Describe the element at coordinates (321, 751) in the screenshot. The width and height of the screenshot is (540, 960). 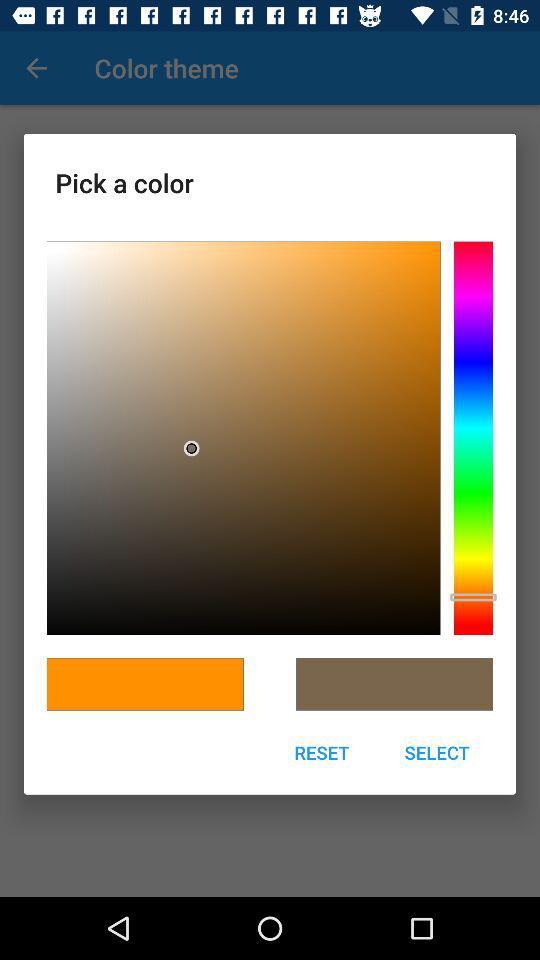
I see `the reset item` at that location.